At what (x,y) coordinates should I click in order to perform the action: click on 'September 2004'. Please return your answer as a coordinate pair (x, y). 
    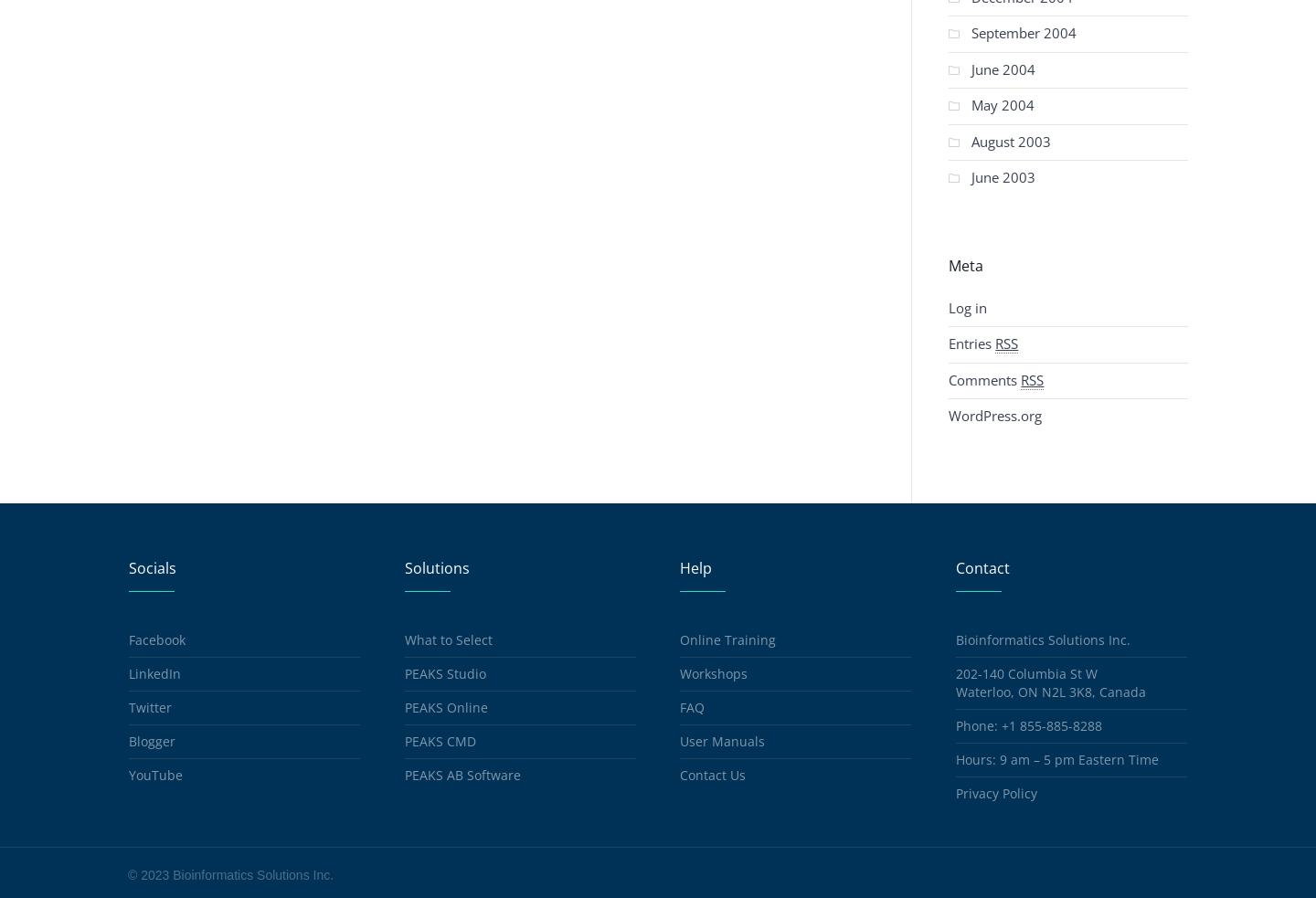
    Looking at the image, I should click on (1023, 31).